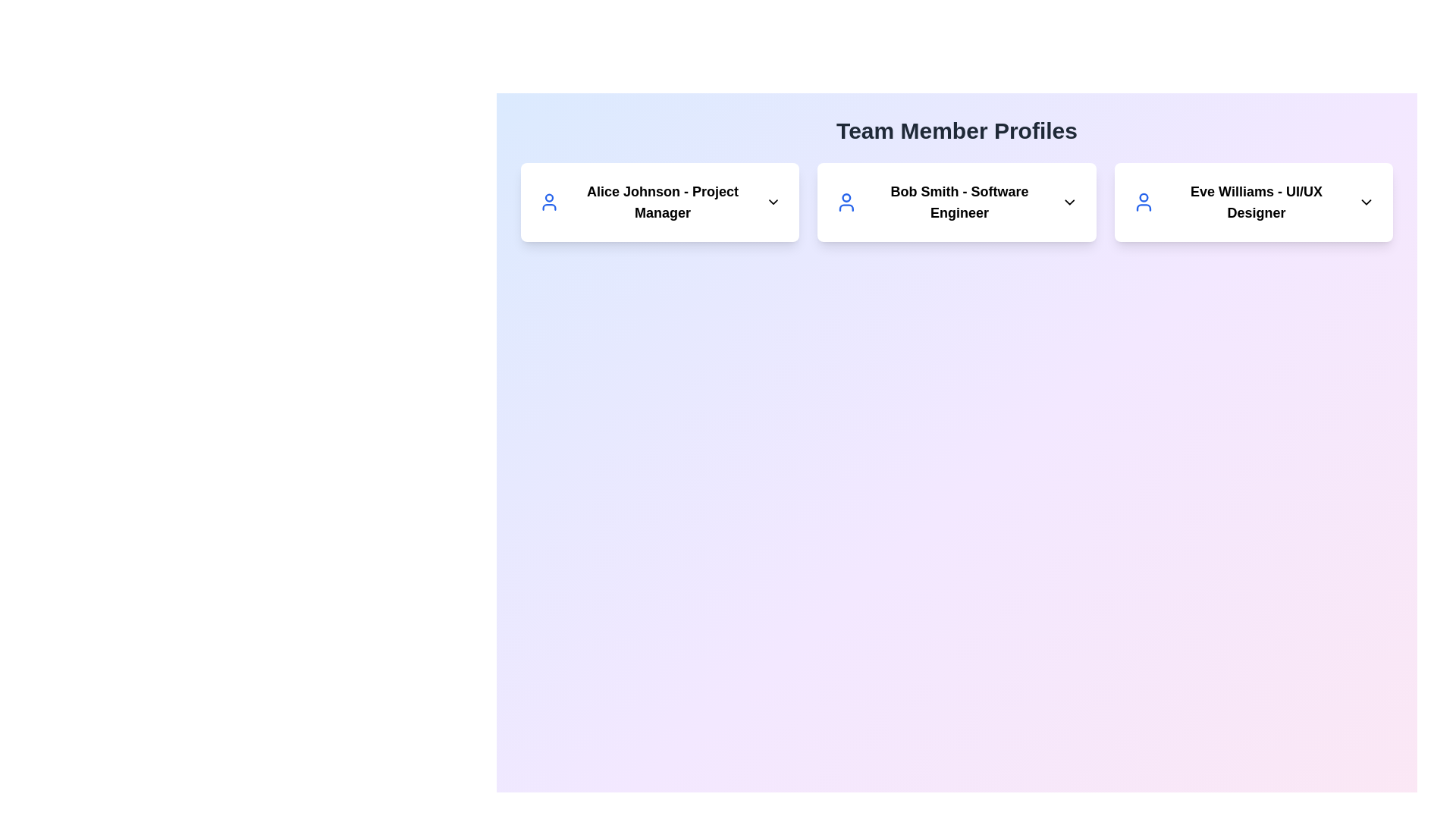  Describe the element at coordinates (548, 201) in the screenshot. I see `the blue-colored user icon that features a filled circle for the head and curved lines for the body, located at the leftmost position within the card displaying 'Alice Johnson - Project Manager'` at that location.